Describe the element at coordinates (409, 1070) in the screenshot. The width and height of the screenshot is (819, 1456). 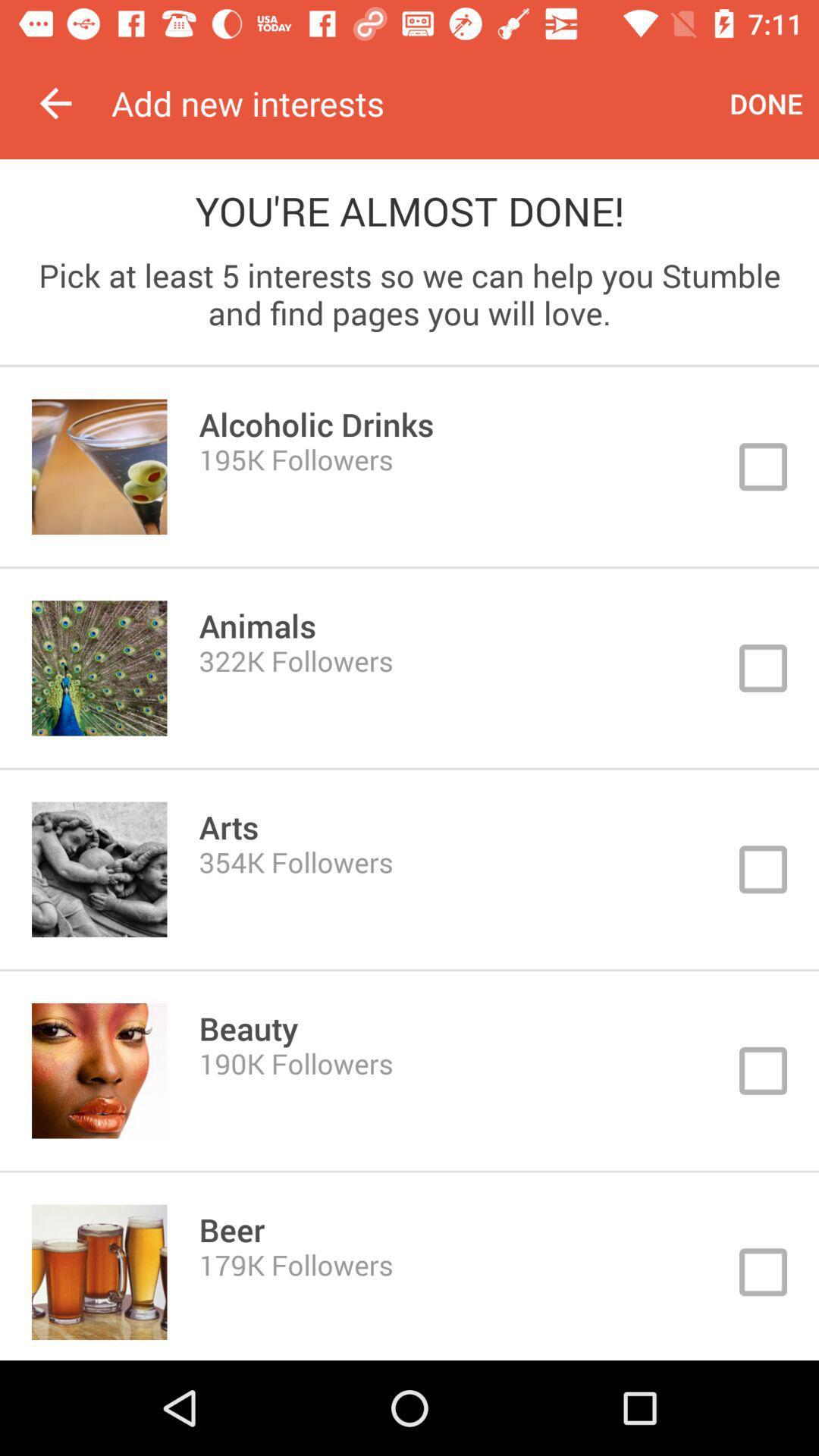
I see `one picture` at that location.